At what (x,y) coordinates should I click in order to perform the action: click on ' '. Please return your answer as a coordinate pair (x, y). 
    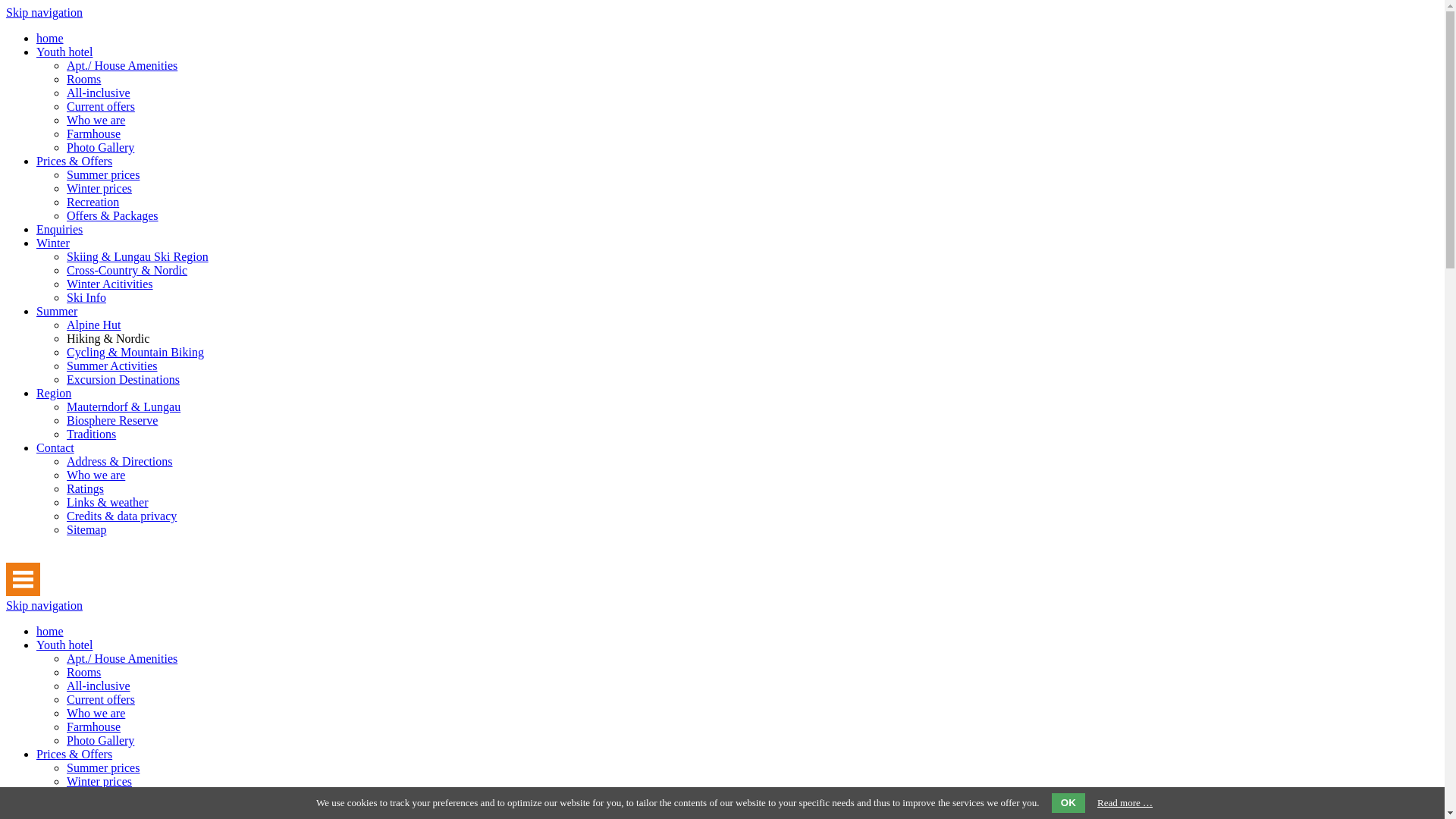
    Looking at the image, I should click on (7, 555).